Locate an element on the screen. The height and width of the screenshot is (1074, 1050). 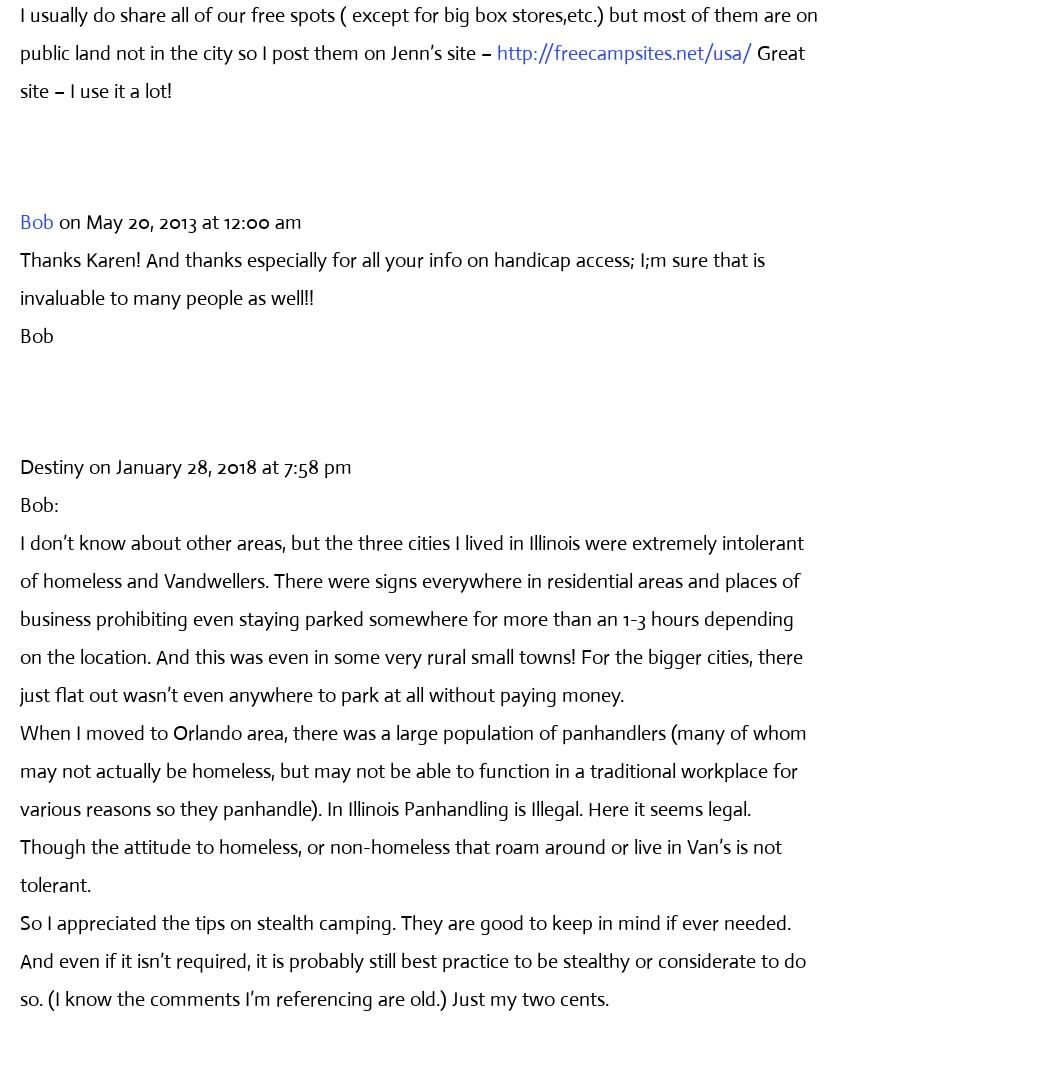
'on May 20, 2013 at 12:00 am' is located at coordinates (58, 220).